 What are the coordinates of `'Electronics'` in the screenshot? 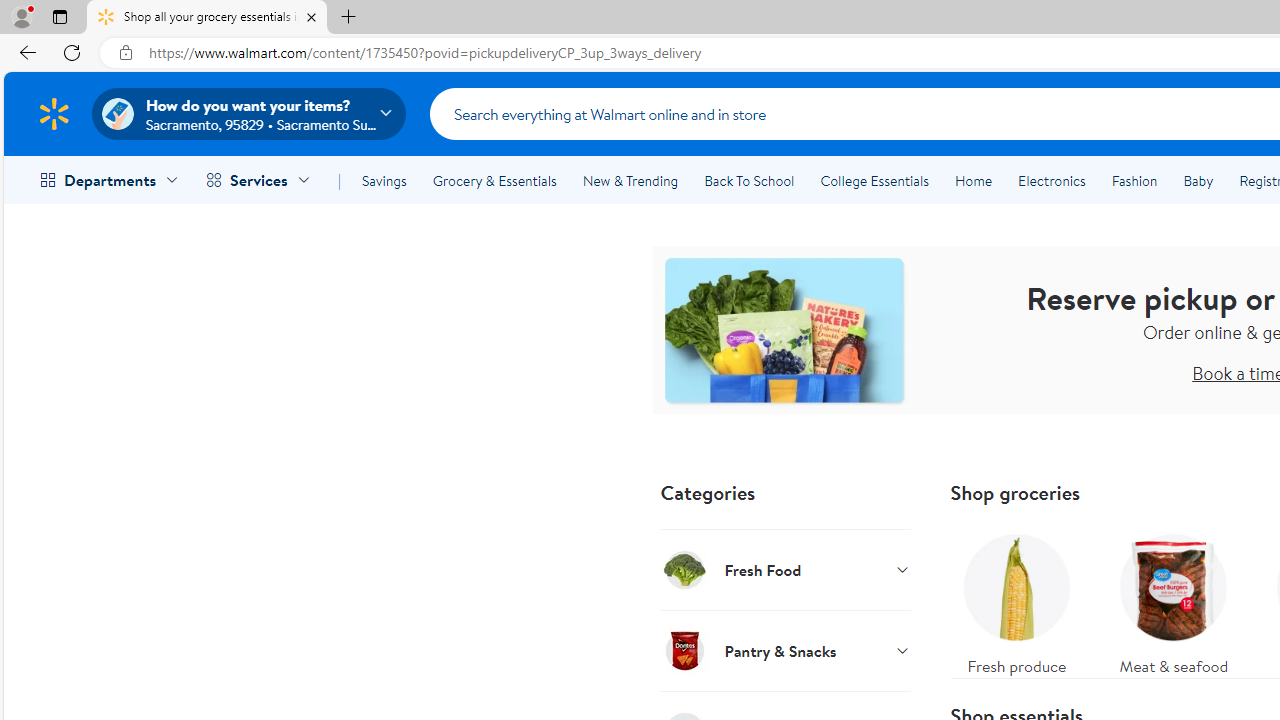 It's located at (1050, 181).